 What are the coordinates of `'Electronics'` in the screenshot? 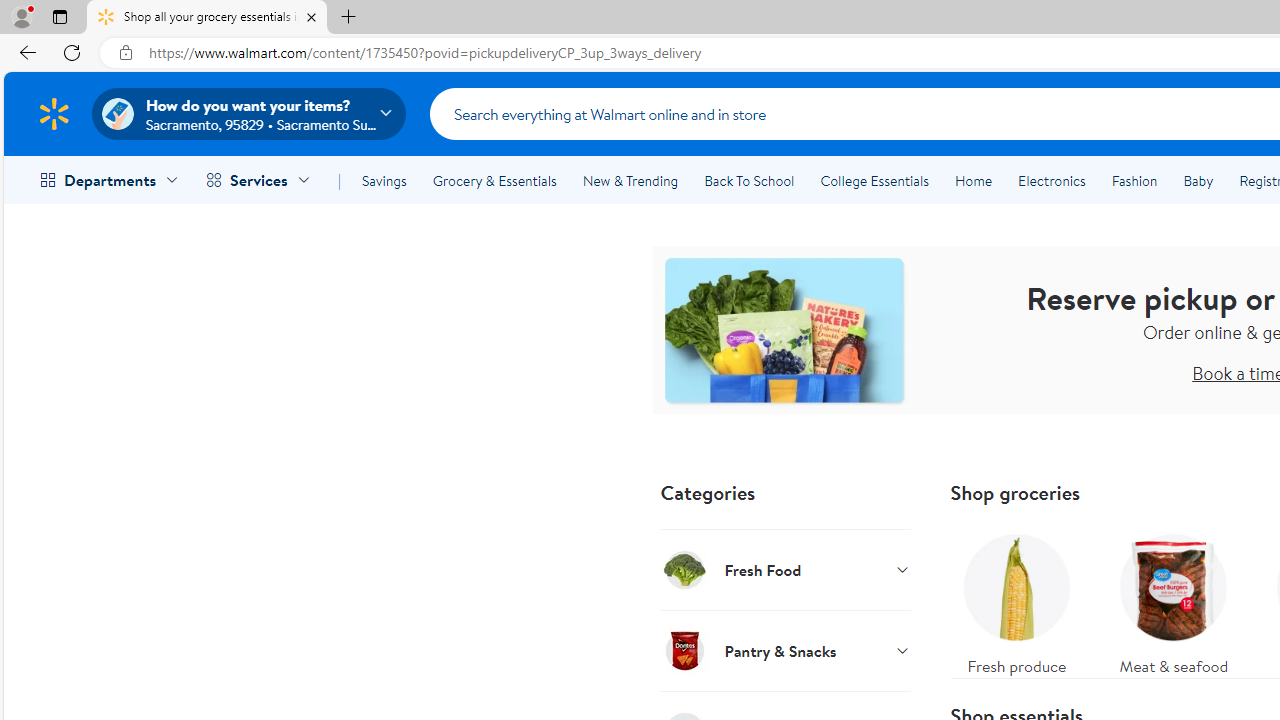 It's located at (1050, 181).